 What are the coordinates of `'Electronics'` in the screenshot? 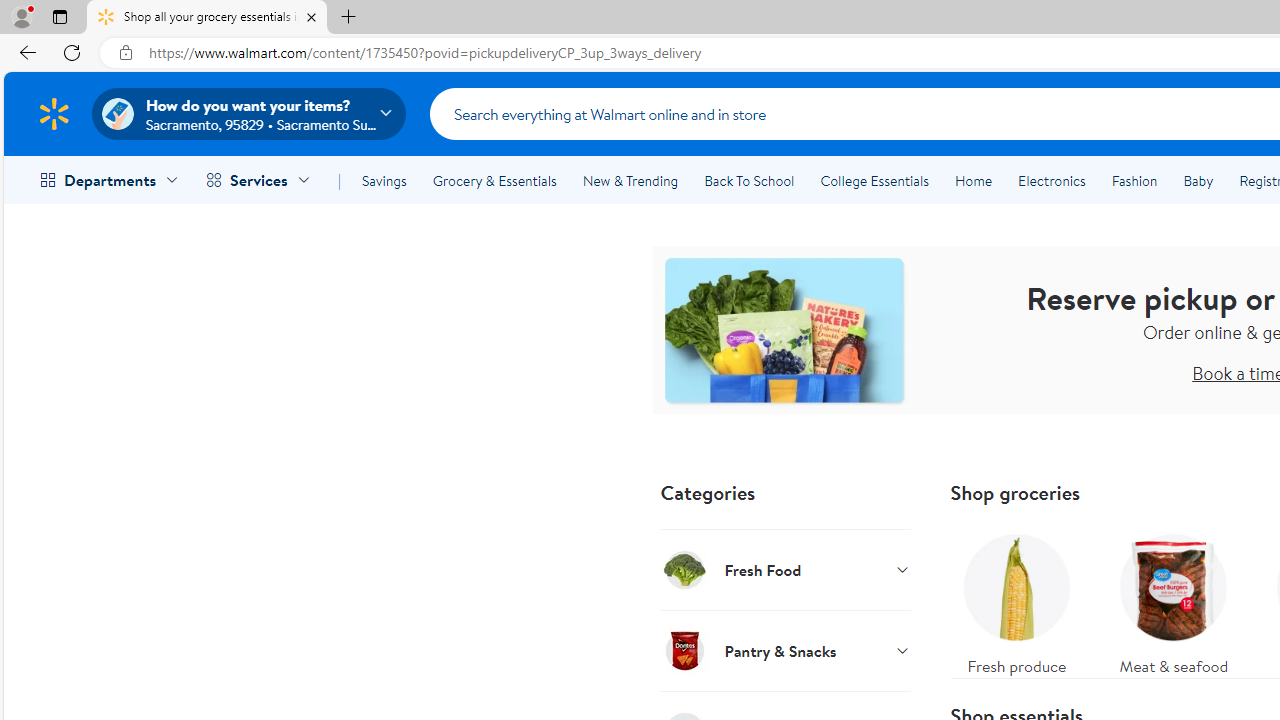 It's located at (1050, 181).